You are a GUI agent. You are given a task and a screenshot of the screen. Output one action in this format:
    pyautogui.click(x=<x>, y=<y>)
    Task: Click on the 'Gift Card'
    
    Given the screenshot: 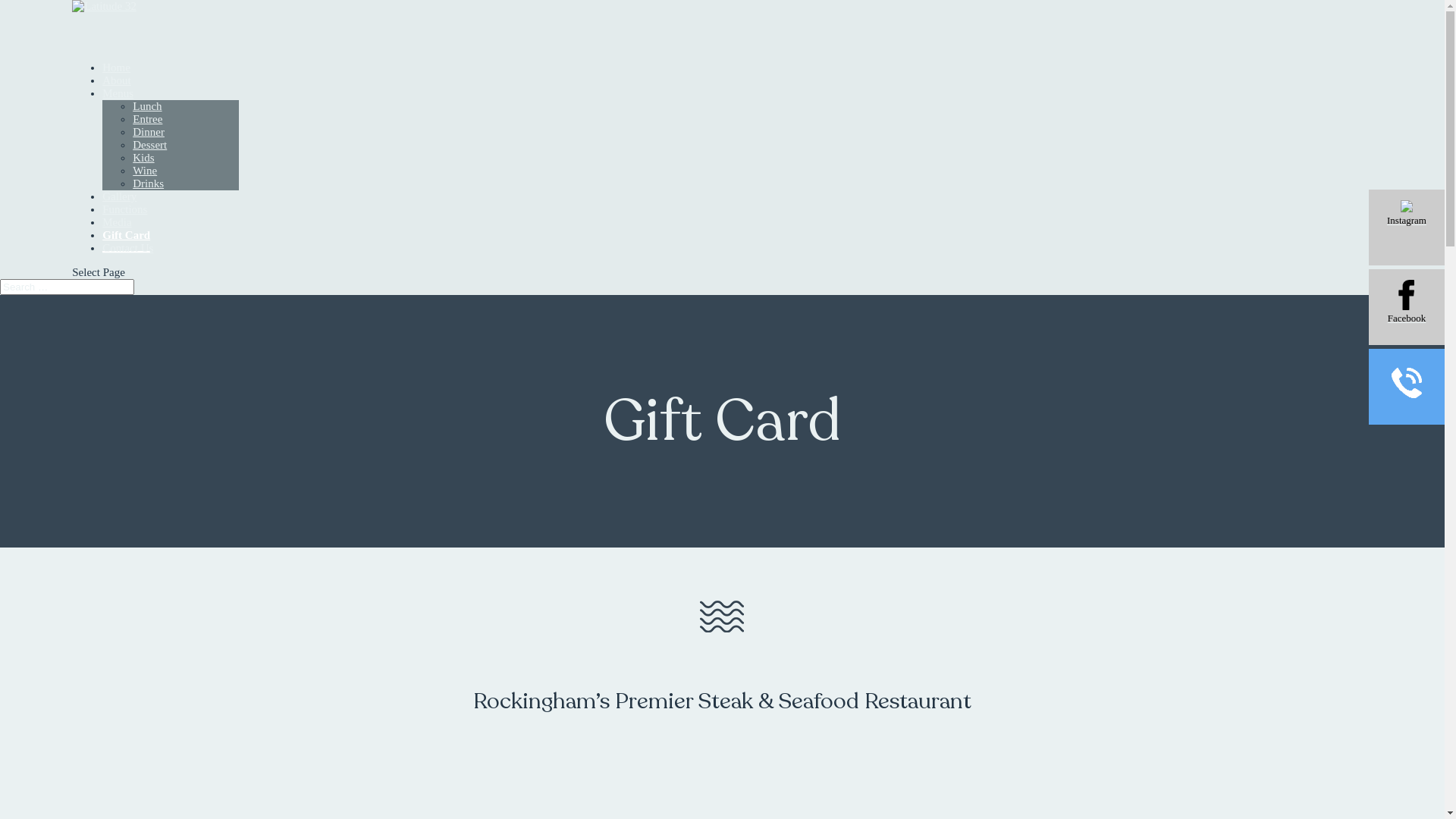 What is the action you would take?
    pyautogui.click(x=126, y=240)
    